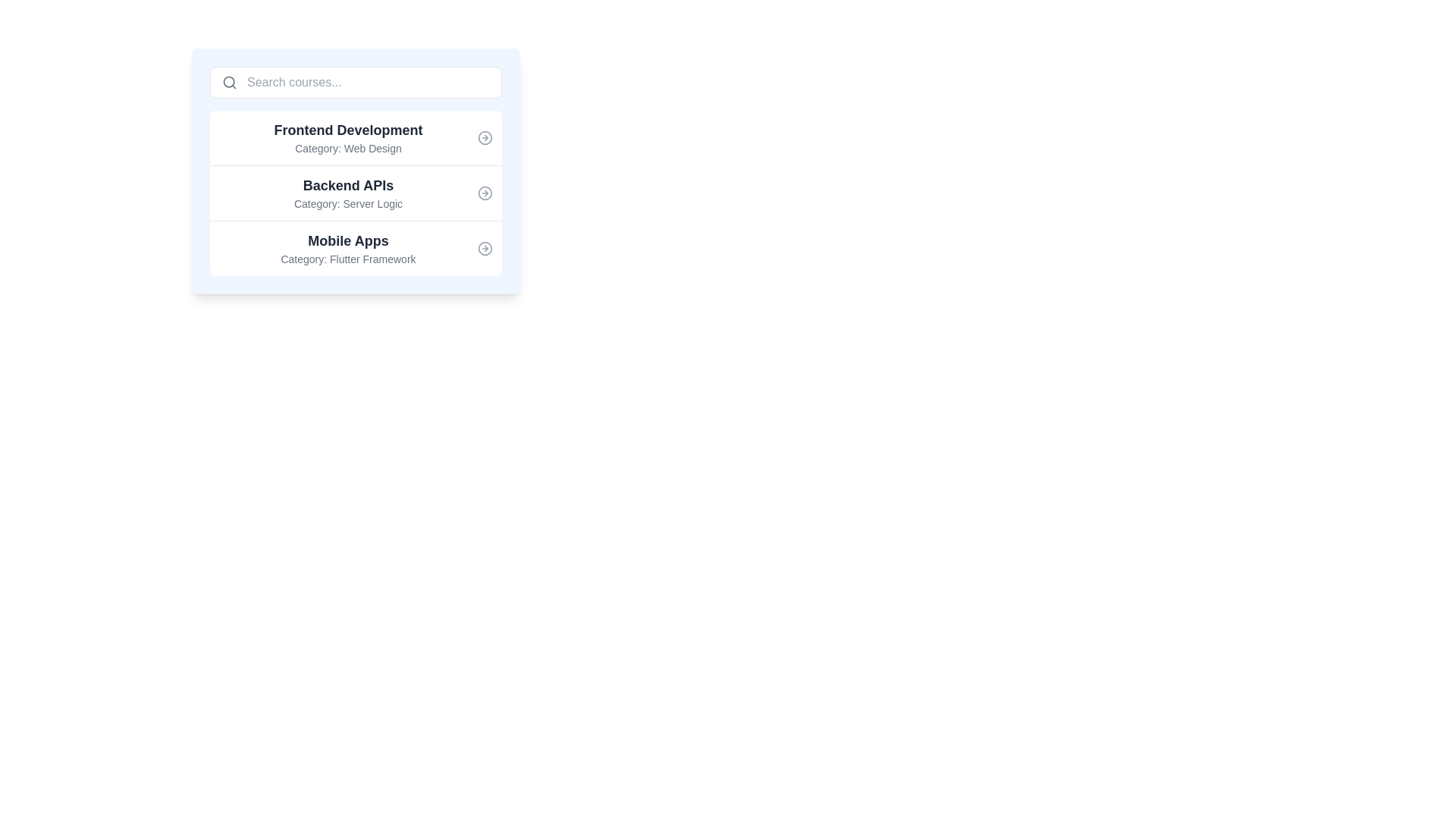 The height and width of the screenshot is (819, 1456). Describe the element at coordinates (355, 137) in the screenshot. I see `the first list item labeled 'Frontend Development' for accessibility navigation` at that location.